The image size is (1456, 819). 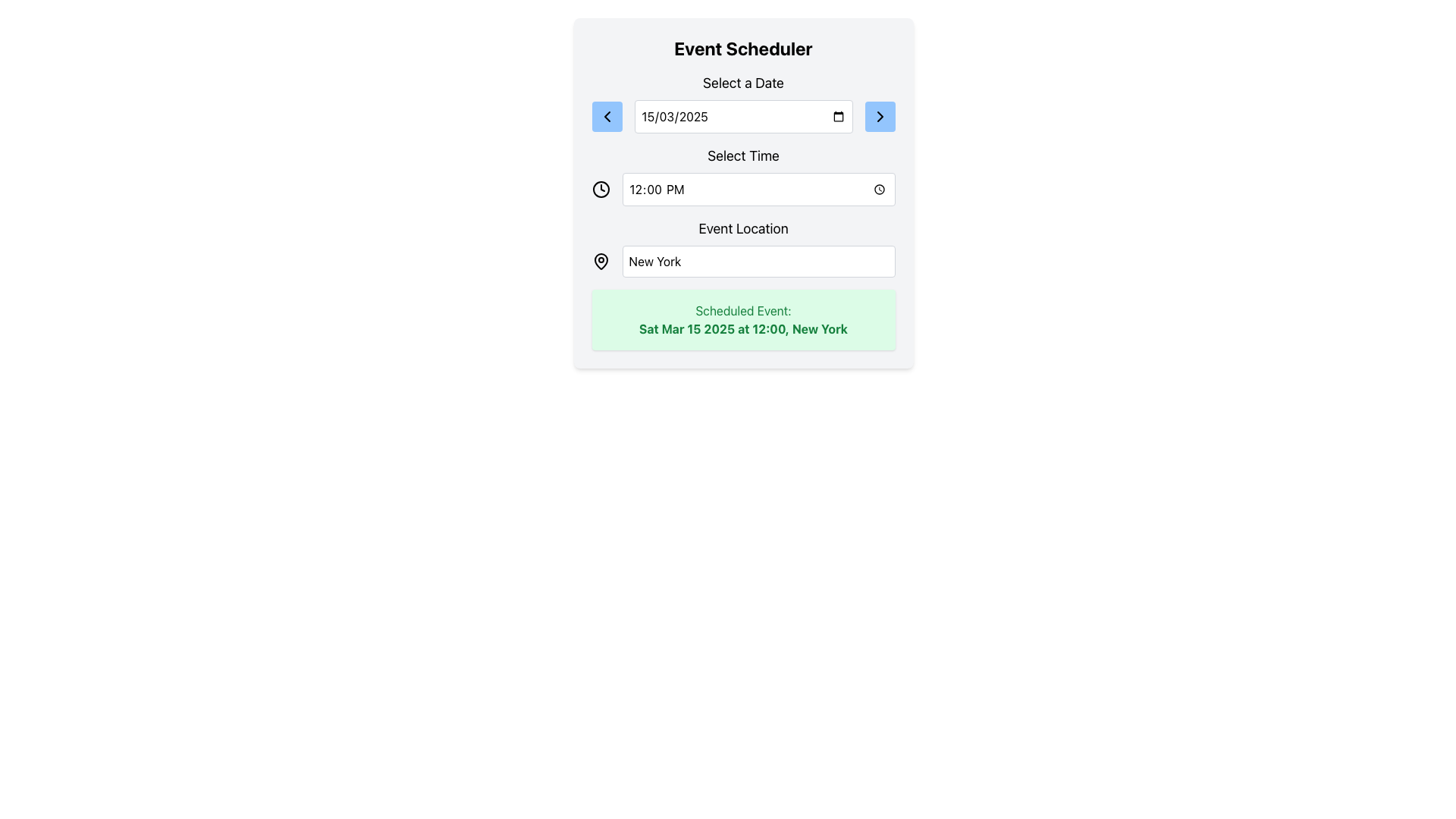 What do you see at coordinates (758, 189) in the screenshot?
I see `the time picker` at bounding box center [758, 189].